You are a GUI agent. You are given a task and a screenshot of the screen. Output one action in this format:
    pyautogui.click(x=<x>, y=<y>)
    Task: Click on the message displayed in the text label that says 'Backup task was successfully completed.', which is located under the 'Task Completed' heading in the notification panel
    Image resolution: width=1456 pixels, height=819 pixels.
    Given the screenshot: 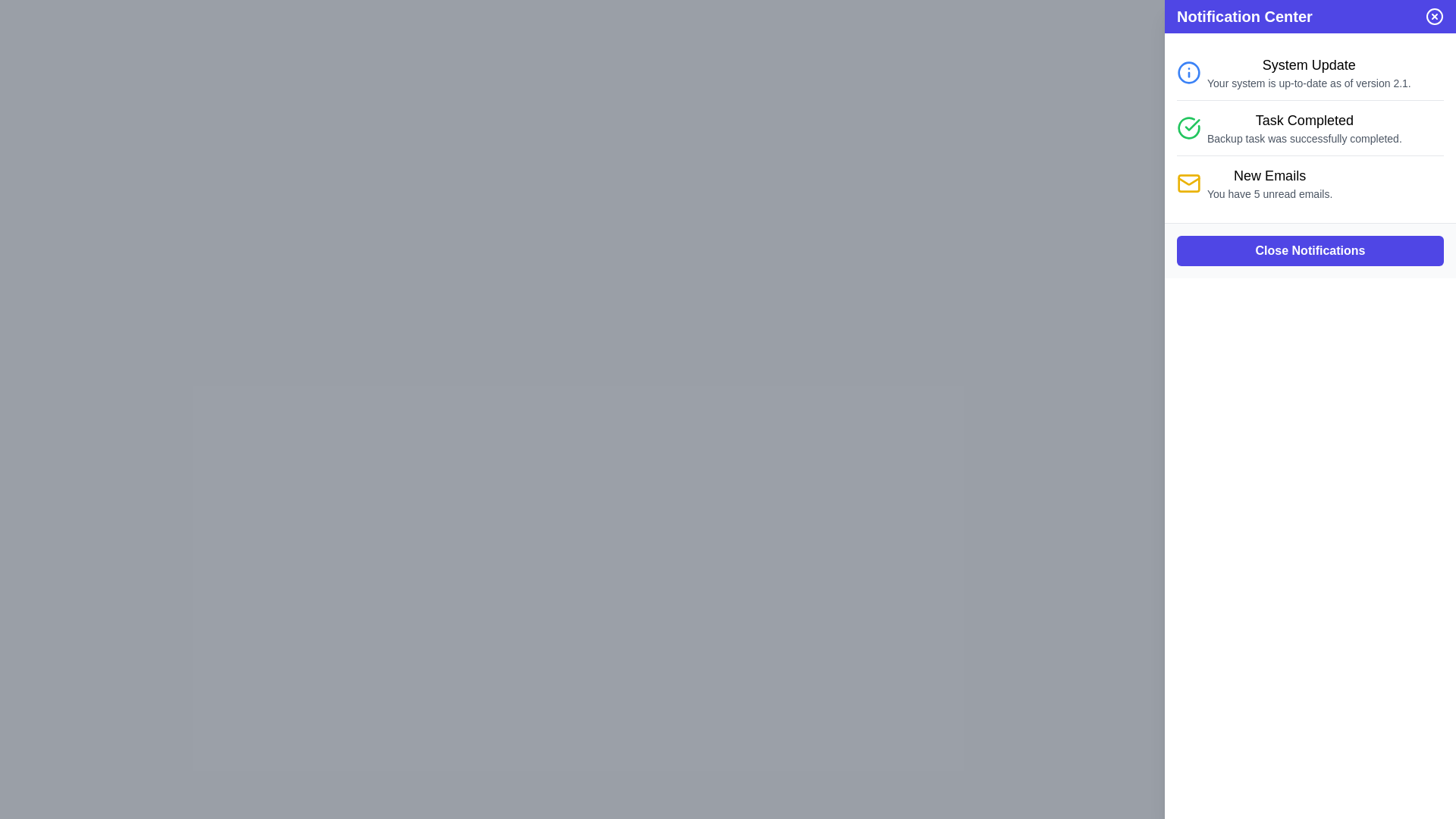 What is the action you would take?
    pyautogui.click(x=1304, y=138)
    